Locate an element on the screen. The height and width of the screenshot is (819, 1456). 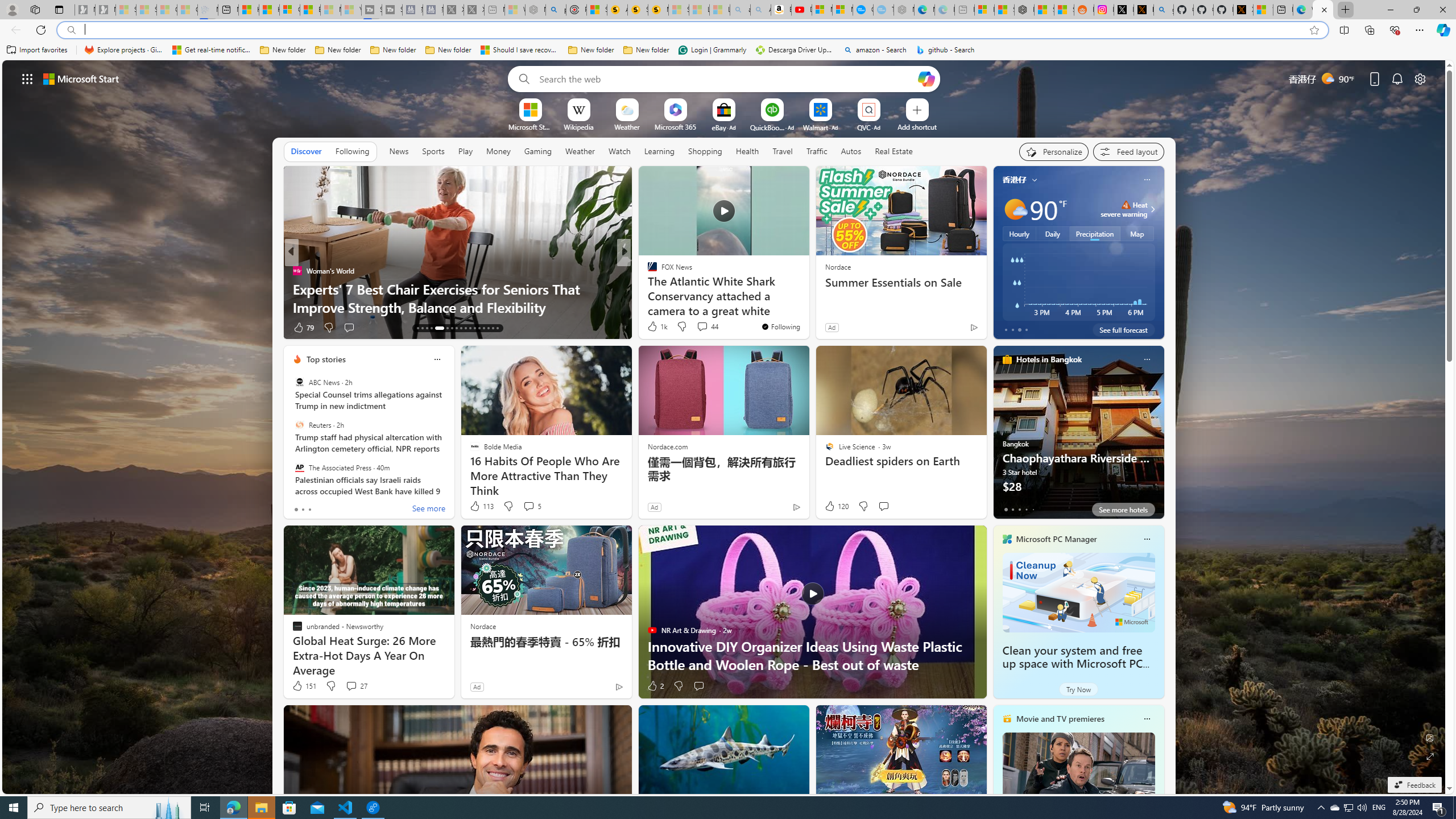
'View comments 44 Comment' is located at coordinates (701, 326).